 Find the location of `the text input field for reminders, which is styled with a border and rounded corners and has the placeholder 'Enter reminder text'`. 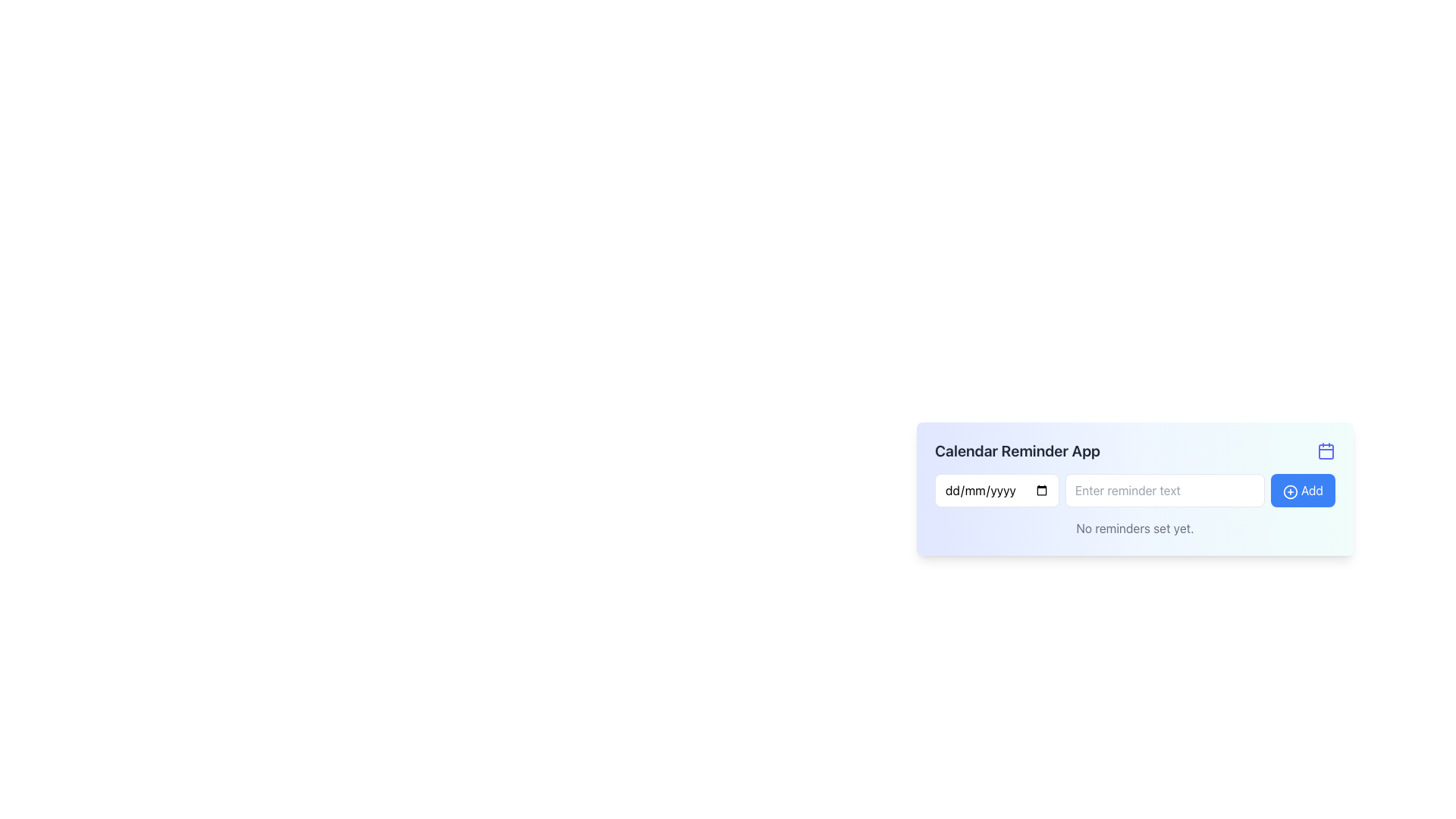

the text input field for reminders, which is styled with a border and rounded corners and has the placeholder 'Enter reminder text' is located at coordinates (1164, 491).